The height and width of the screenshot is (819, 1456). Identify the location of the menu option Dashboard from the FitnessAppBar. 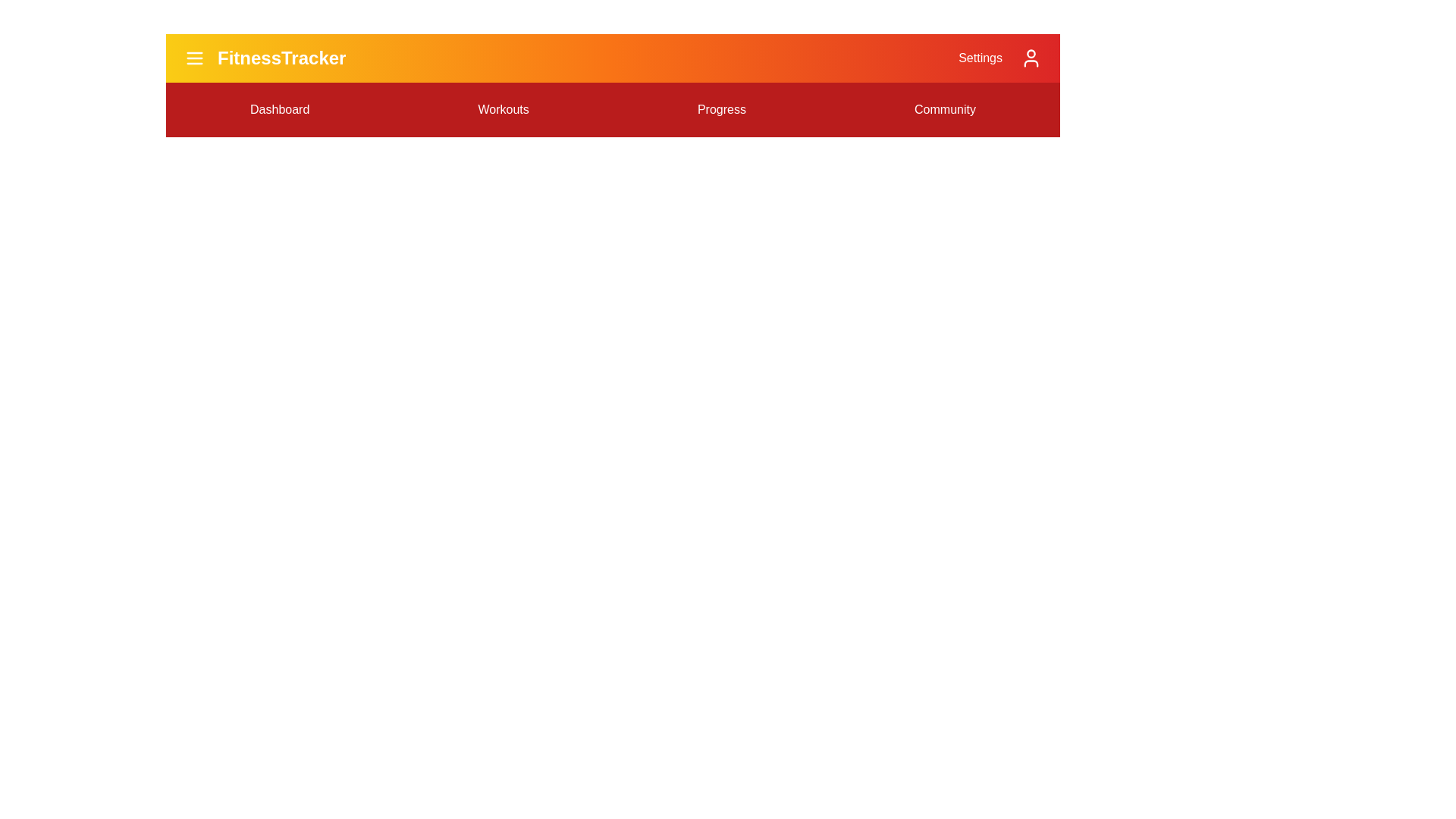
(280, 109).